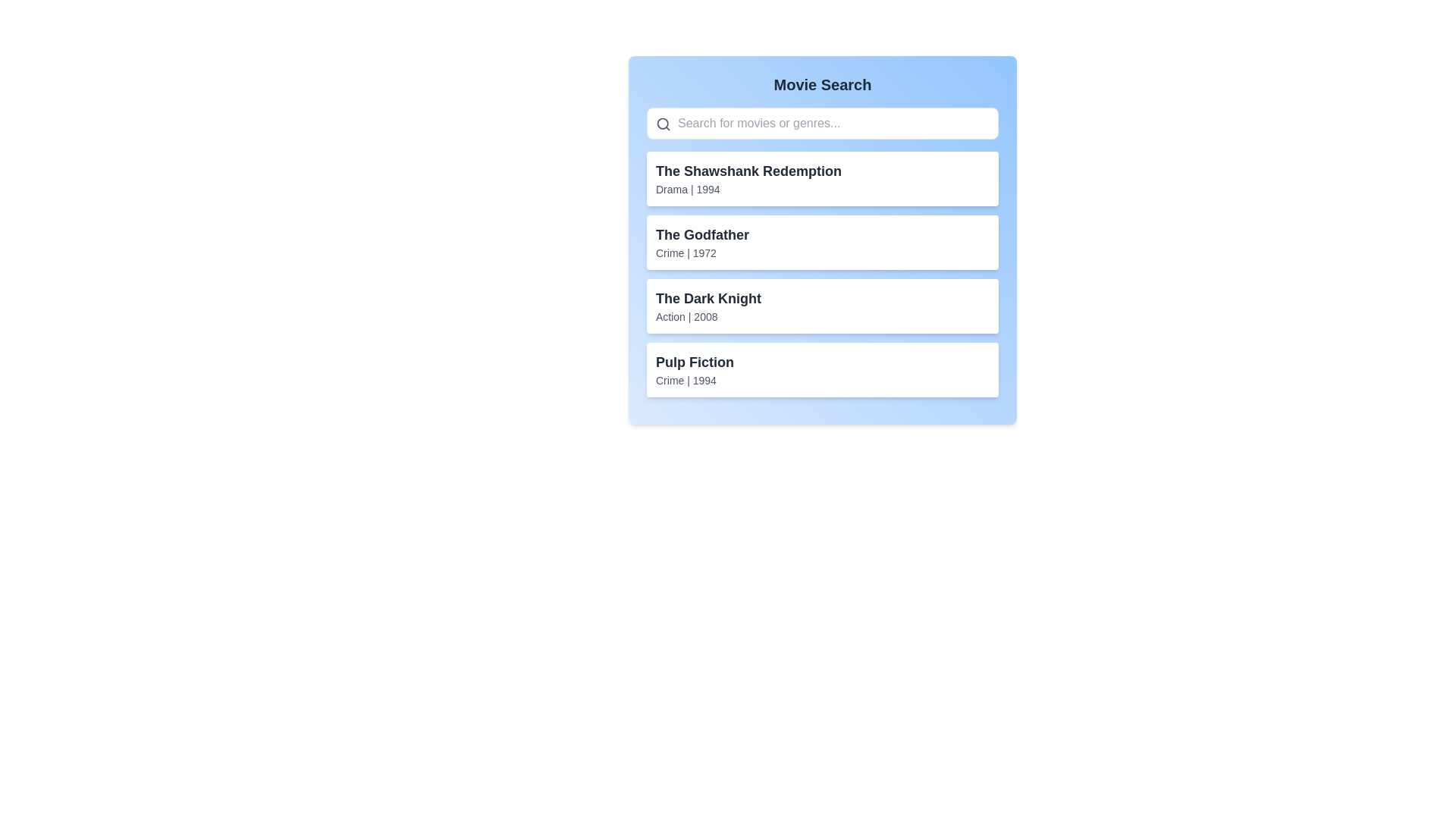 This screenshot has width=1456, height=819. Describe the element at coordinates (748, 177) in the screenshot. I see `the static informational text section displaying 'The Shawshank Redemption' and its subtitle 'Drama | 1994'` at that location.